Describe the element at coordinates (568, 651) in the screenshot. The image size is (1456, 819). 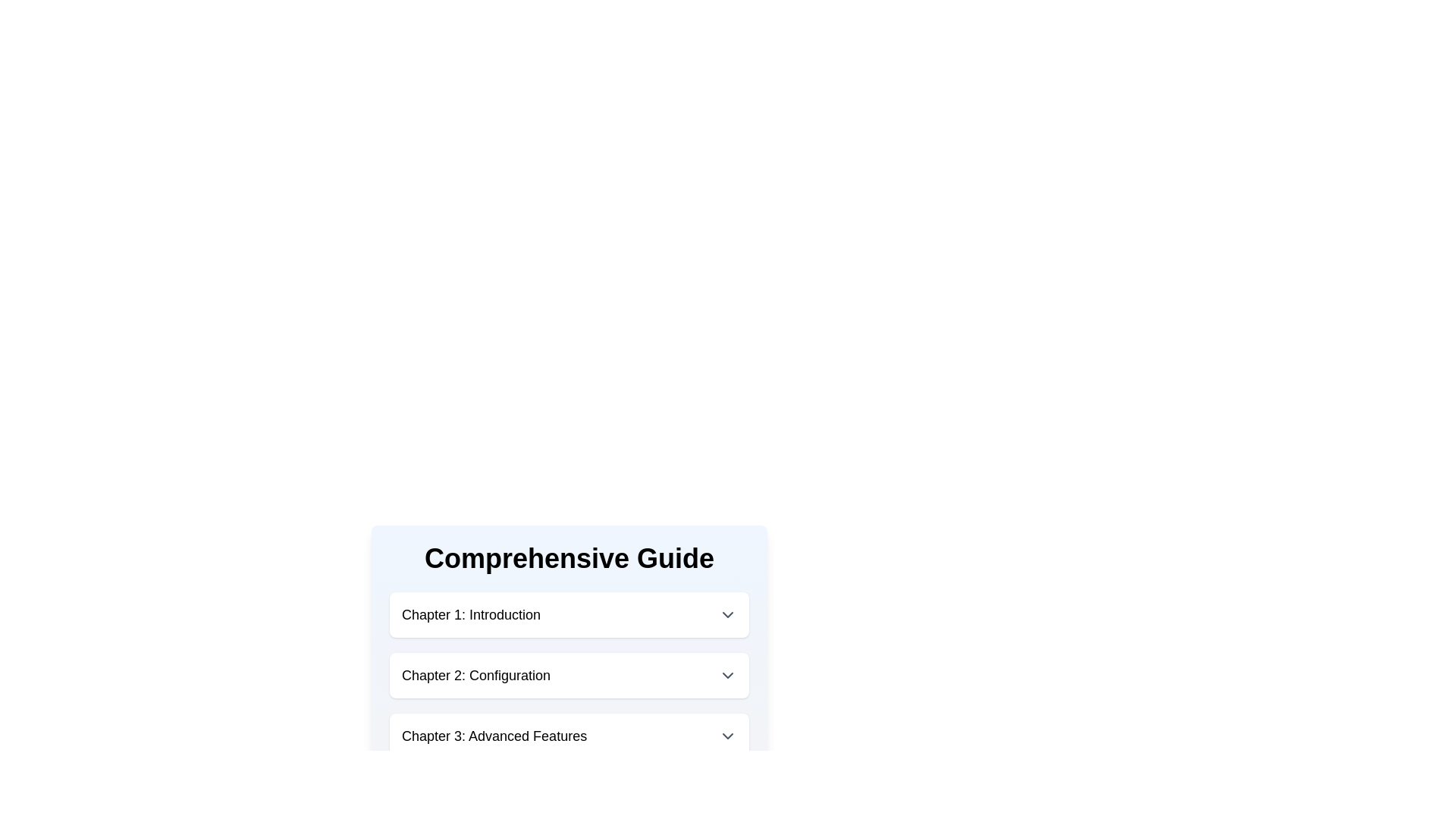
I see `the collapsible dropdown item for 'Chapter 2: Configuration'` at that location.